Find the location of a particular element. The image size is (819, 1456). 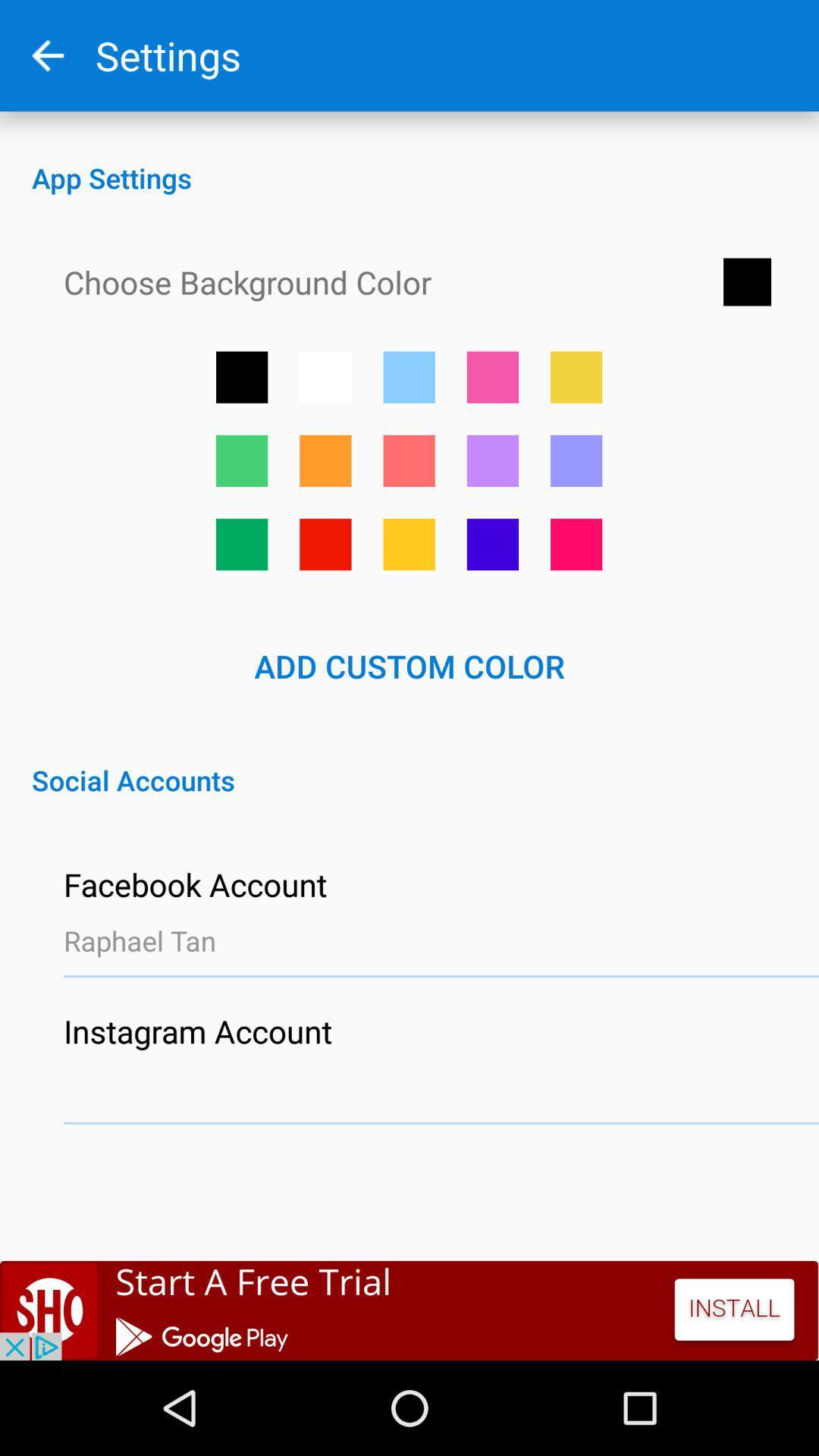

open advertisement is located at coordinates (409, 1310).